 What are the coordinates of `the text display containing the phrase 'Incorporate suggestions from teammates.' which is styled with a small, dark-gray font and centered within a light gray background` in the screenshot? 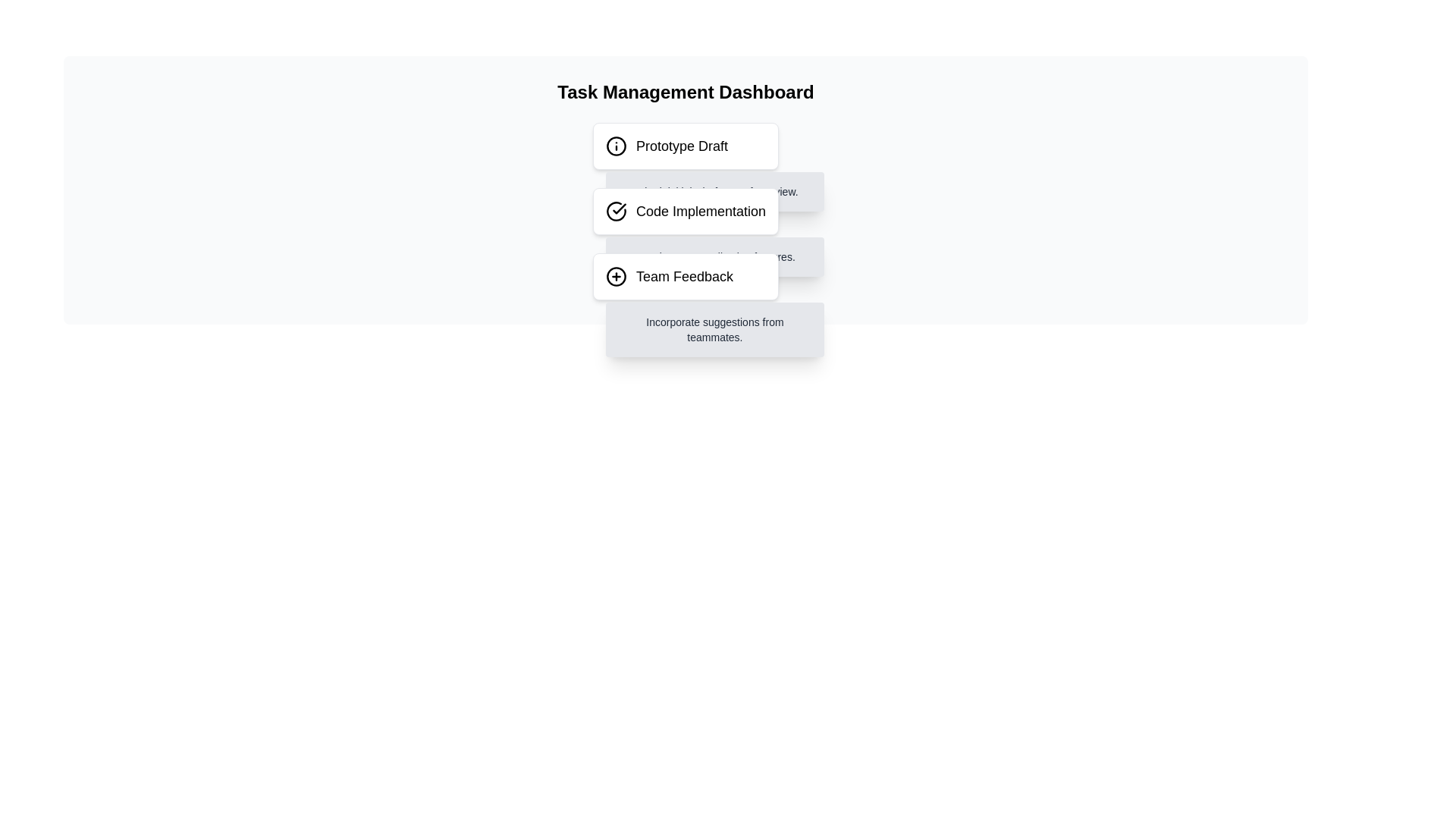 It's located at (714, 329).